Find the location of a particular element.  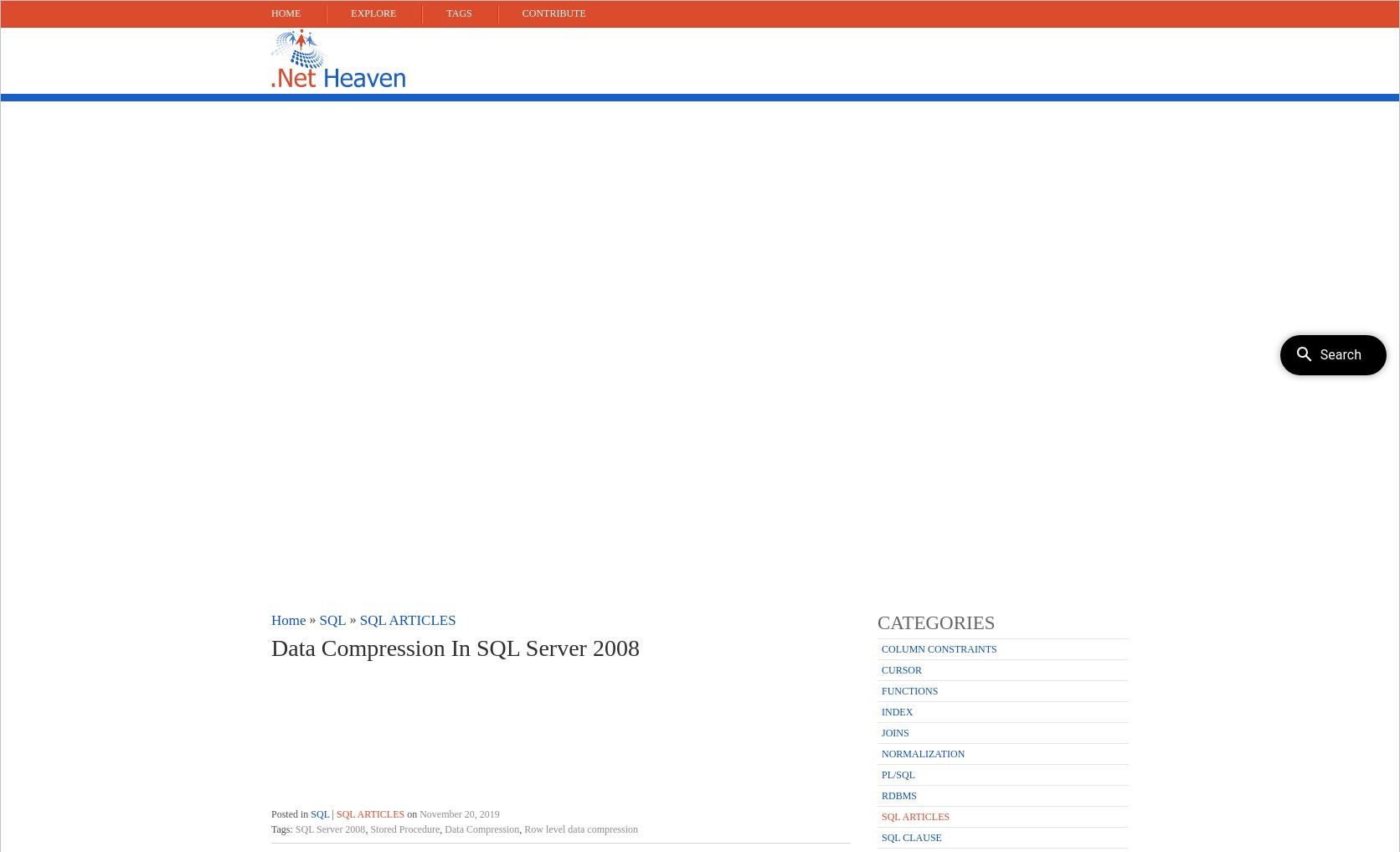

'|' is located at coordinates (331, 814).